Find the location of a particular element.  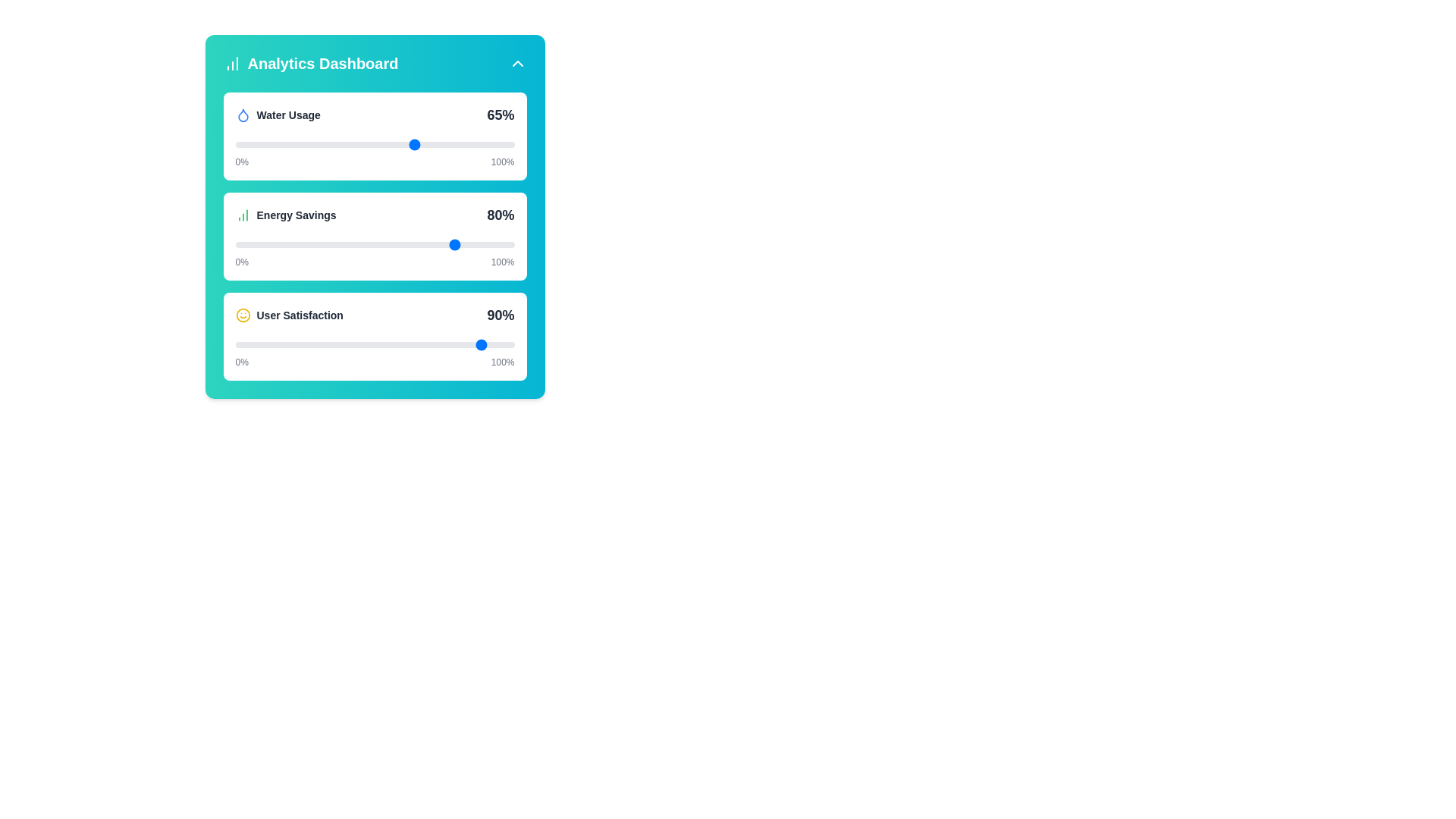

User Satisfaction is located at coordinates (309, 345).